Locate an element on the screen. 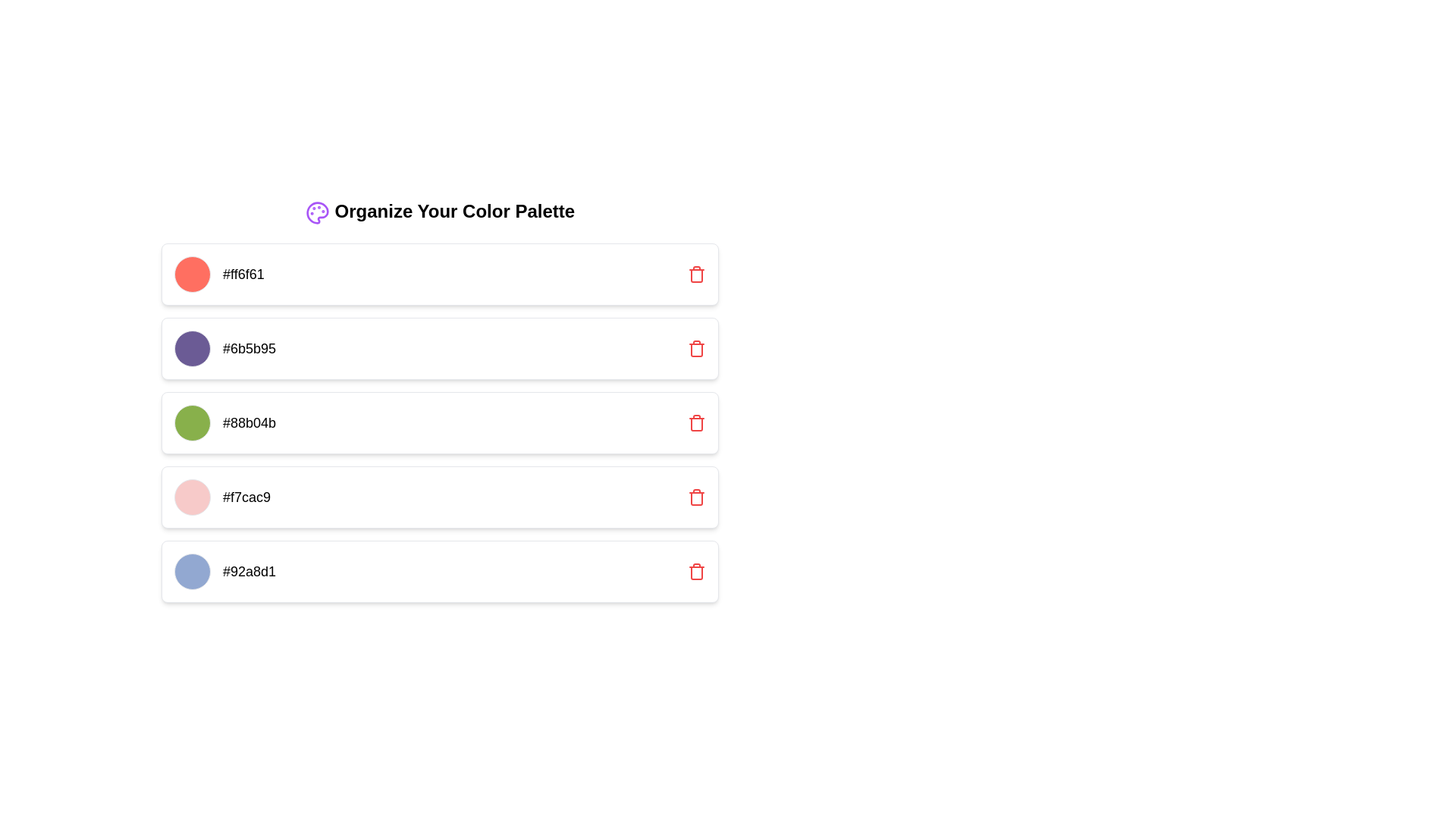 This screenshot has width=1456, height=819. the Text label displaying the hexadecimal code for a specific color, which is positioned next to a green circular icon and is the third item in the list under the title 'Organize Your Color Palette' is located at coordinates (249, 422).